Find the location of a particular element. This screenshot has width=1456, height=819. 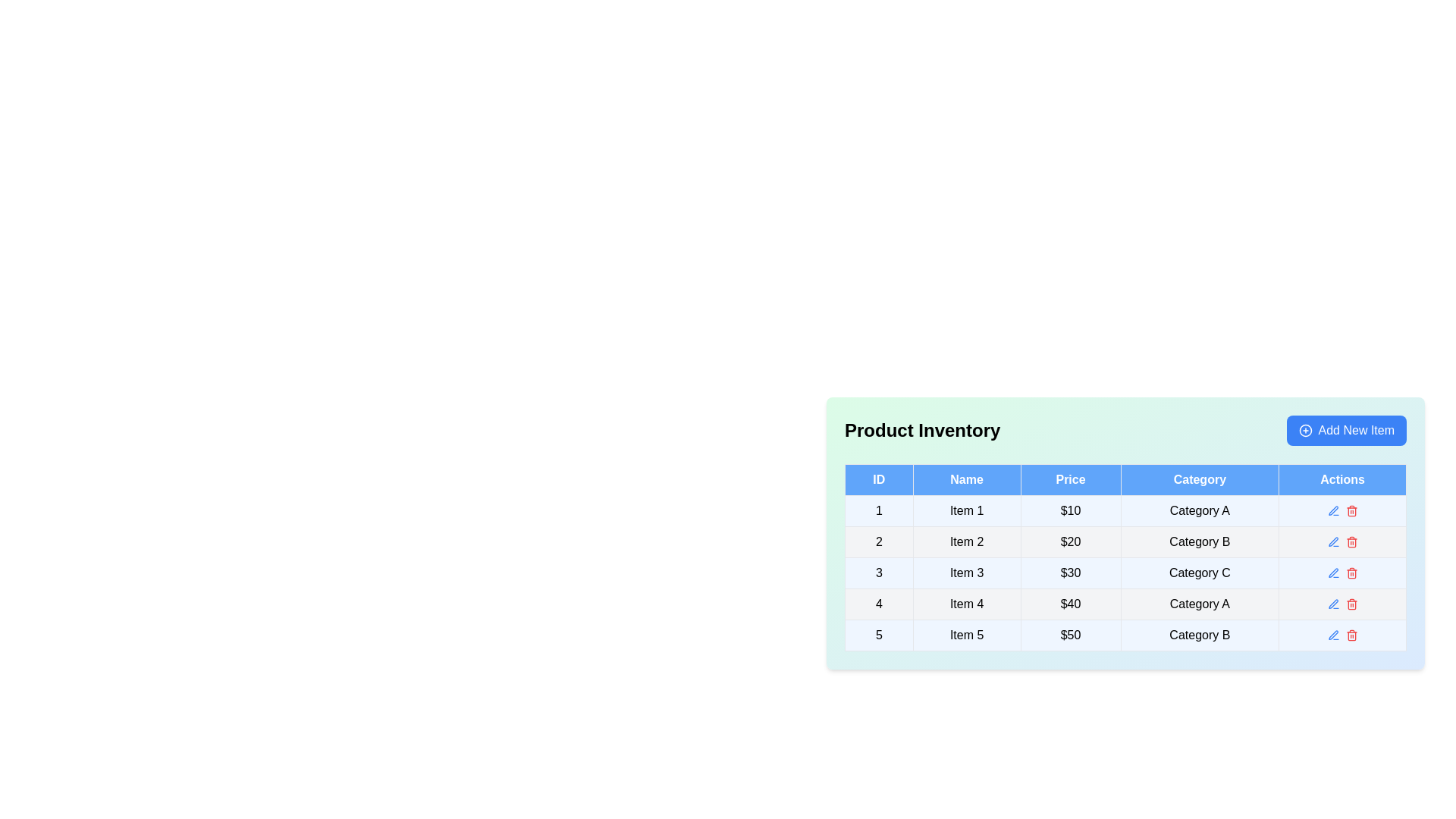

the static text displaying '$40' located in the fourth row under the 'Price' column of the 'Product Inventory' table is located at coordinates (1069, 604).